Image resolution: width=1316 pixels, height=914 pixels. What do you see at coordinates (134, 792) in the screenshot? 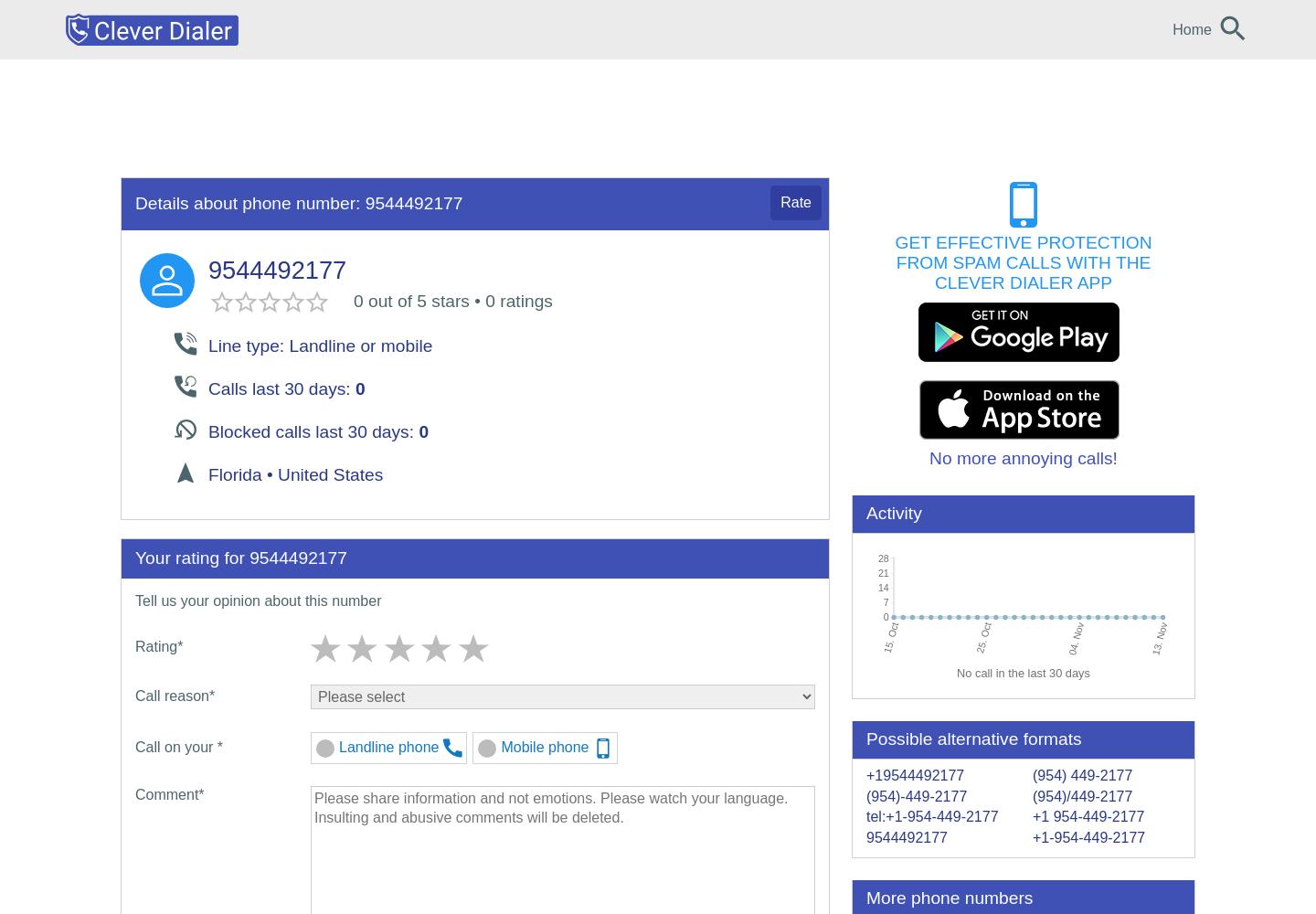
I see `'Comment'` at bounding box center [134, 792].